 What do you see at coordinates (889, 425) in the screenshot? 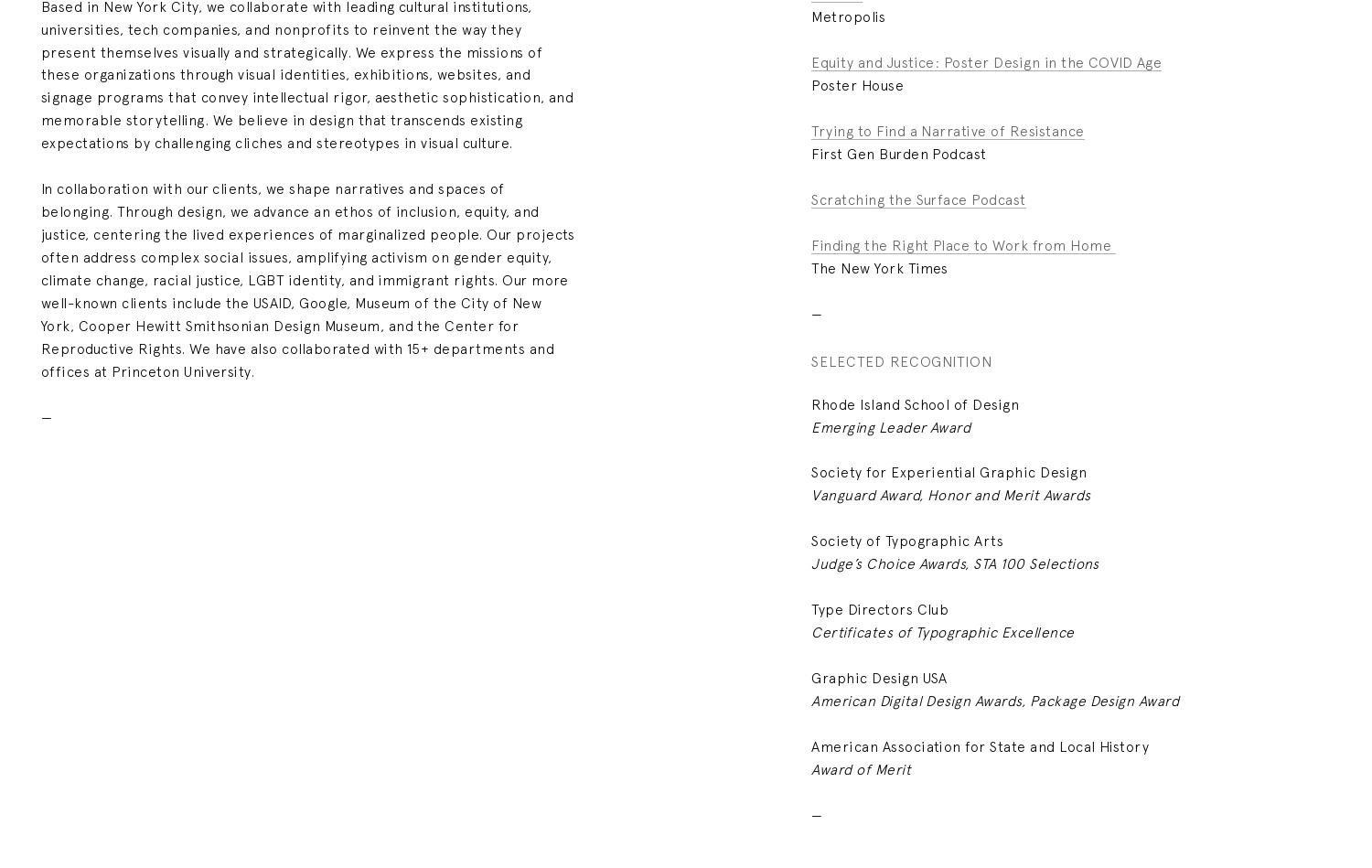
I see `'Emerging Leader Award'` at bounding box center [889, 425].